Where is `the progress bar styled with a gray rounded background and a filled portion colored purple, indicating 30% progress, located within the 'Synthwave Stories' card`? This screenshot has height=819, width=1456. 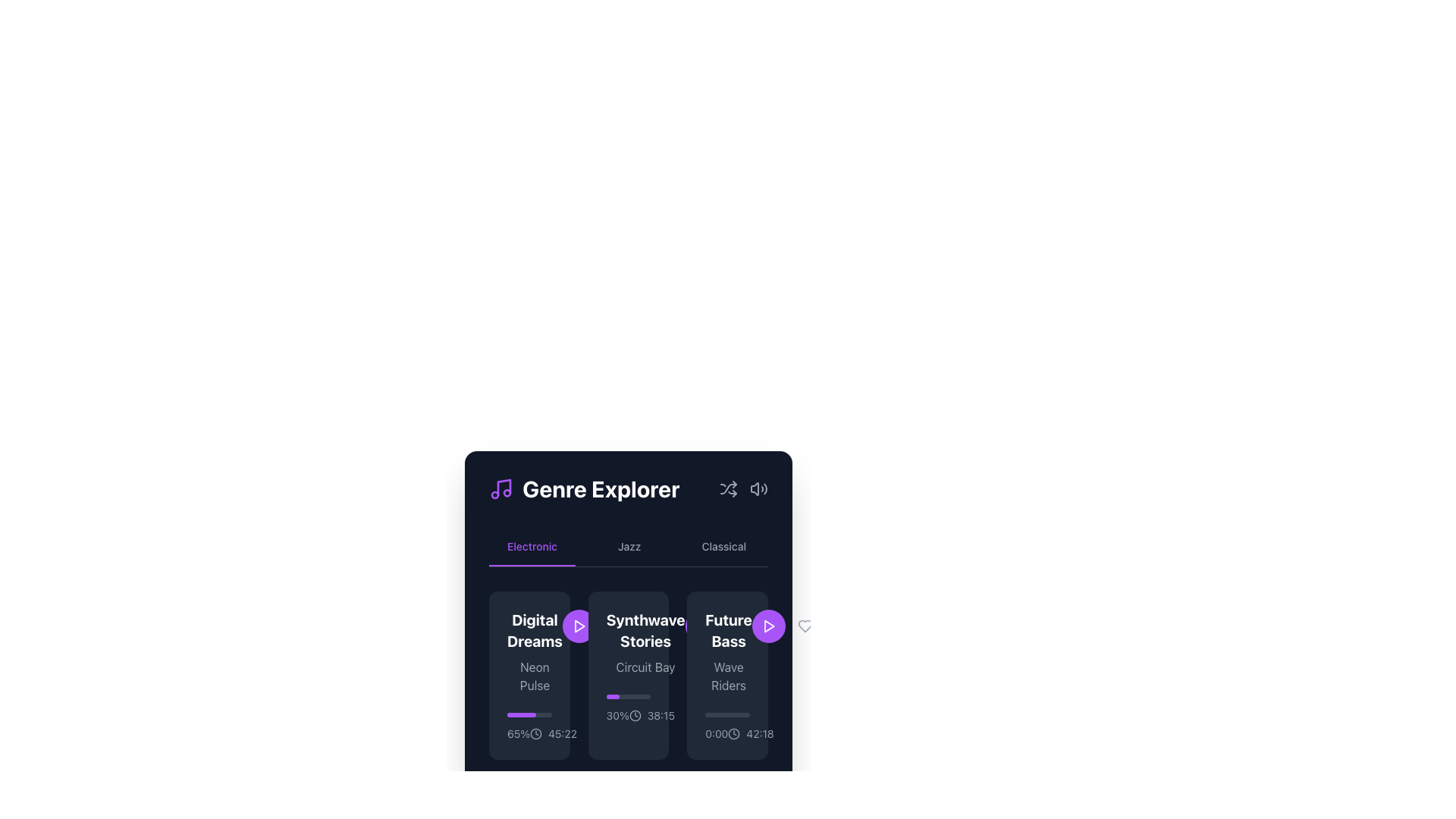 the progress bar styled with a gray rounded background and a filled portion colored purple, indicating 30% progress, located within the 'Synthwave Stories' card is located at coordinates (629, 696).